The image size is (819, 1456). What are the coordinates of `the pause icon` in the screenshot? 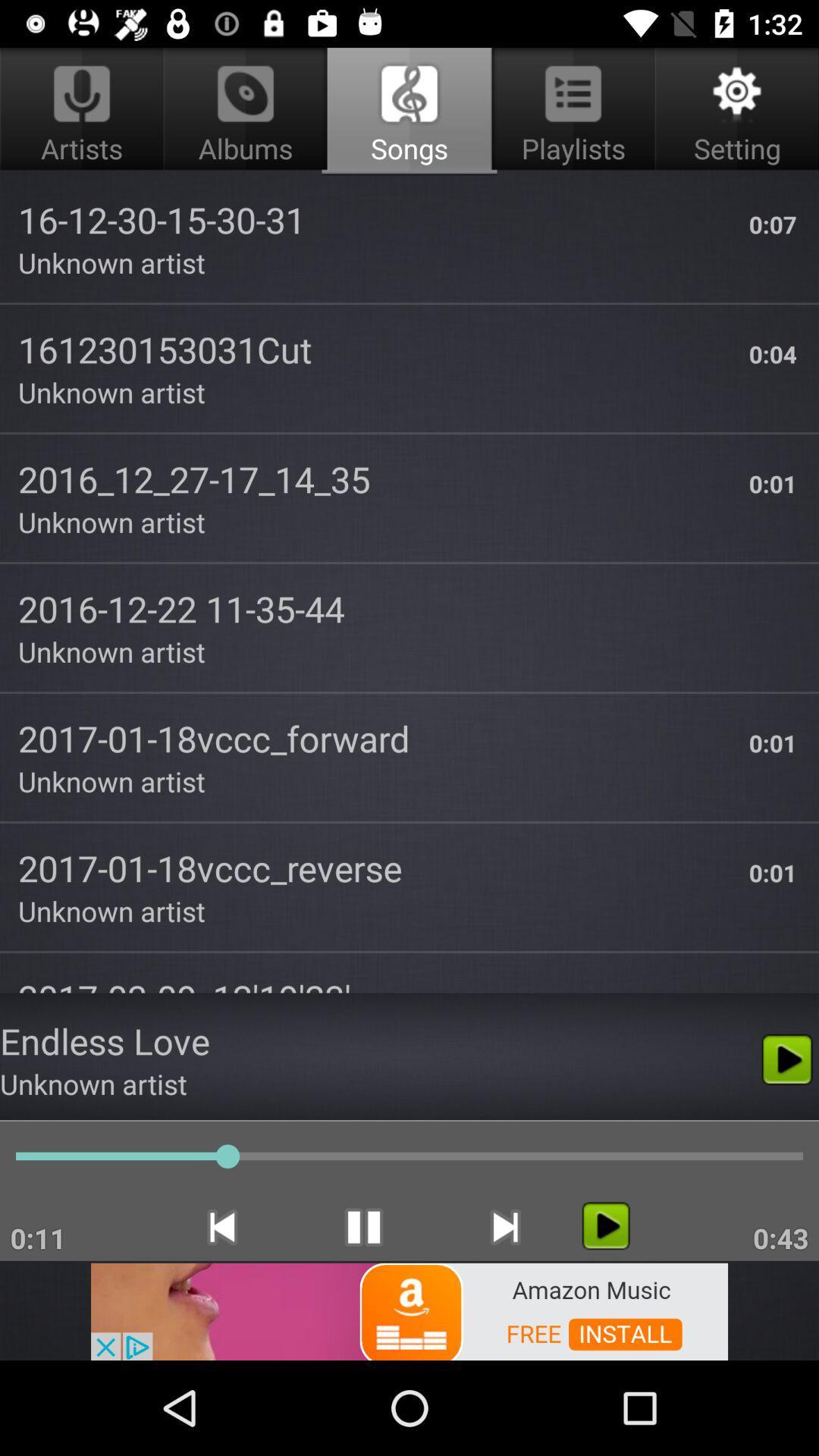 It's located at (363, 1227).